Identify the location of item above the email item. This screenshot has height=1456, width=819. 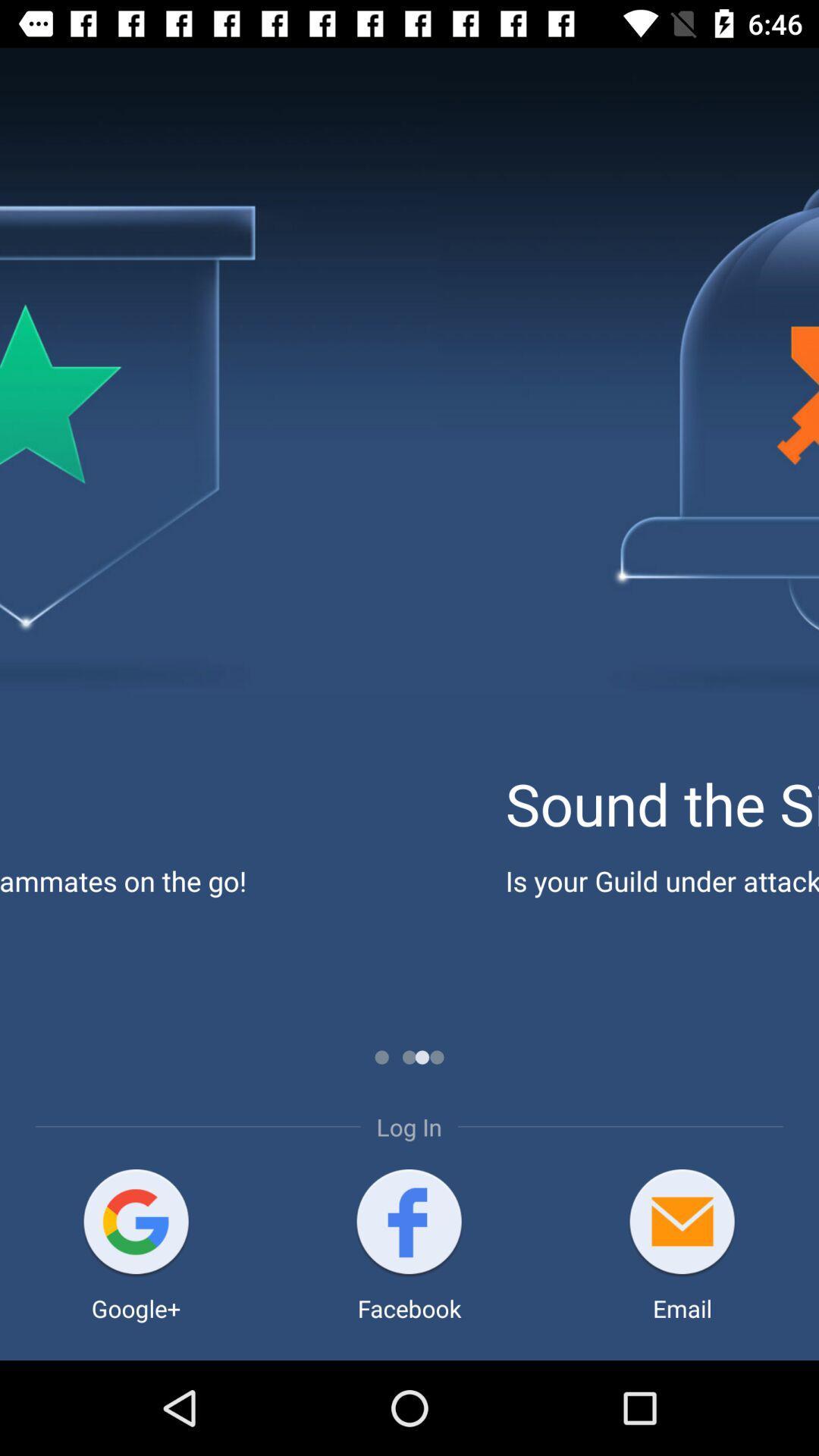
(681, 1223).